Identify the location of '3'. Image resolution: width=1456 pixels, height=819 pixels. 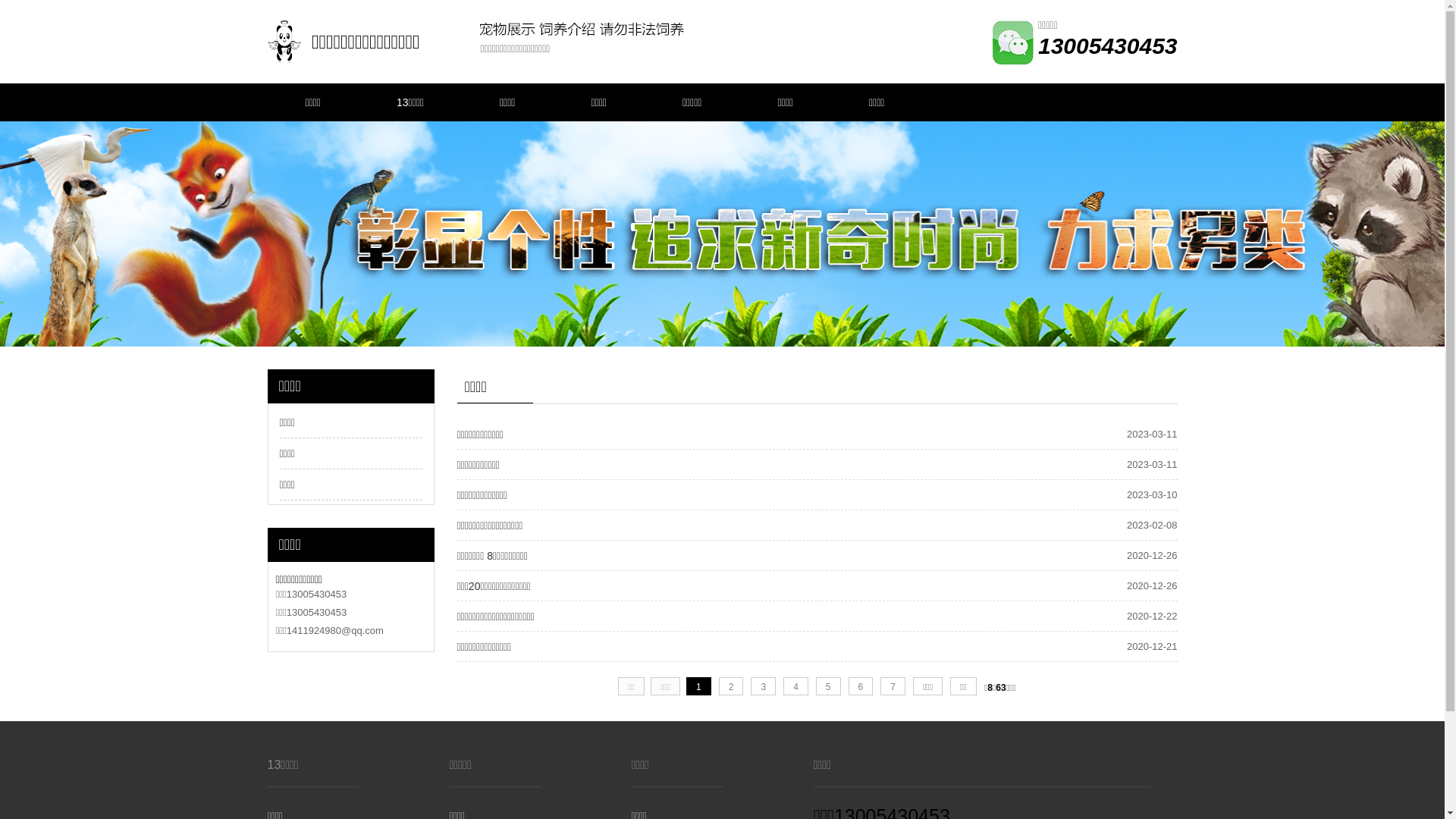
(750, 686).